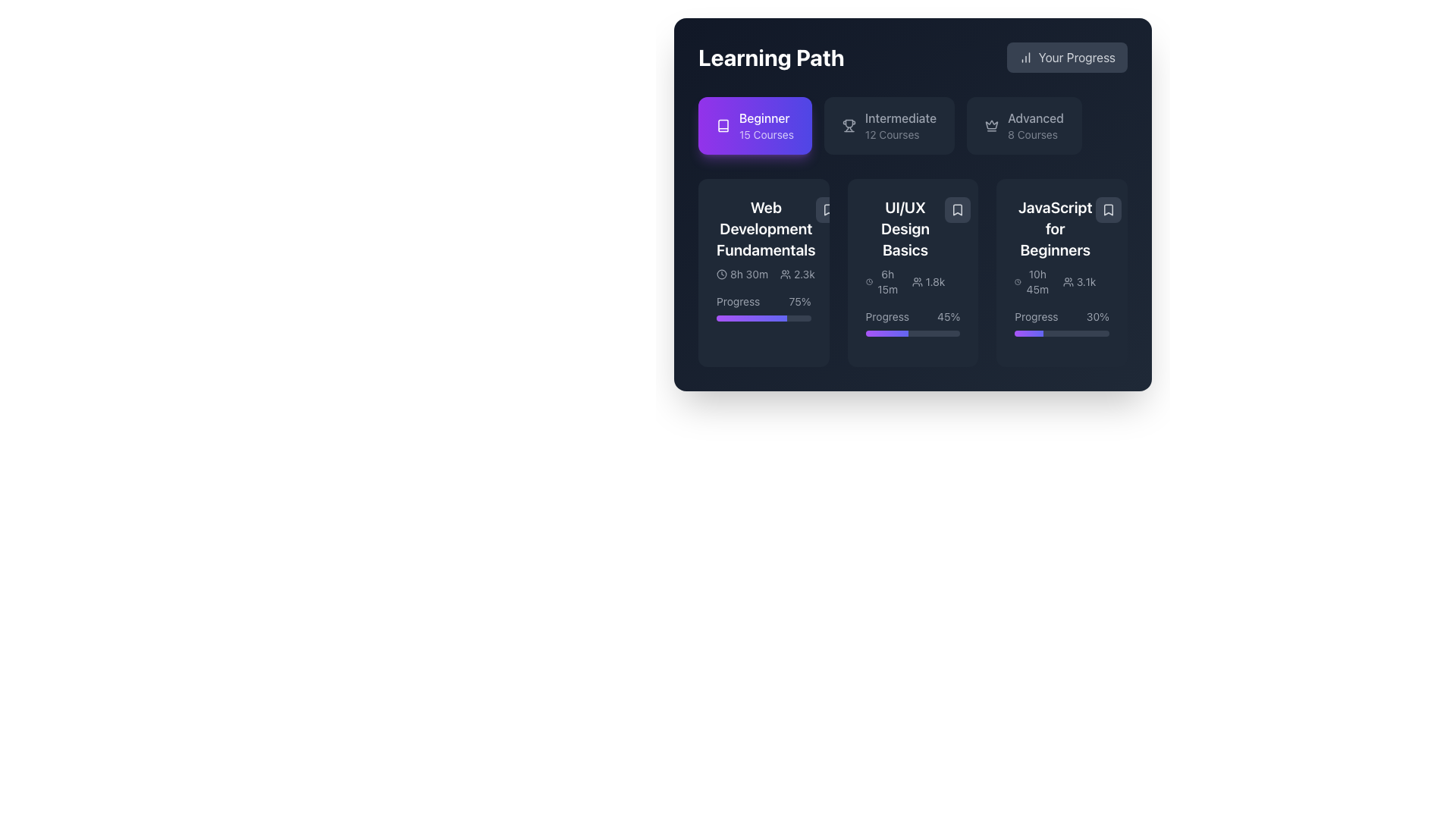 This screenshot has height=819, width=1456. Describe the element at coordinates (786, 275) in the screenshot. I see `the icon representing the metric associated with the 'Web Development Fundamentals' card in the Beginner course section` at that location.